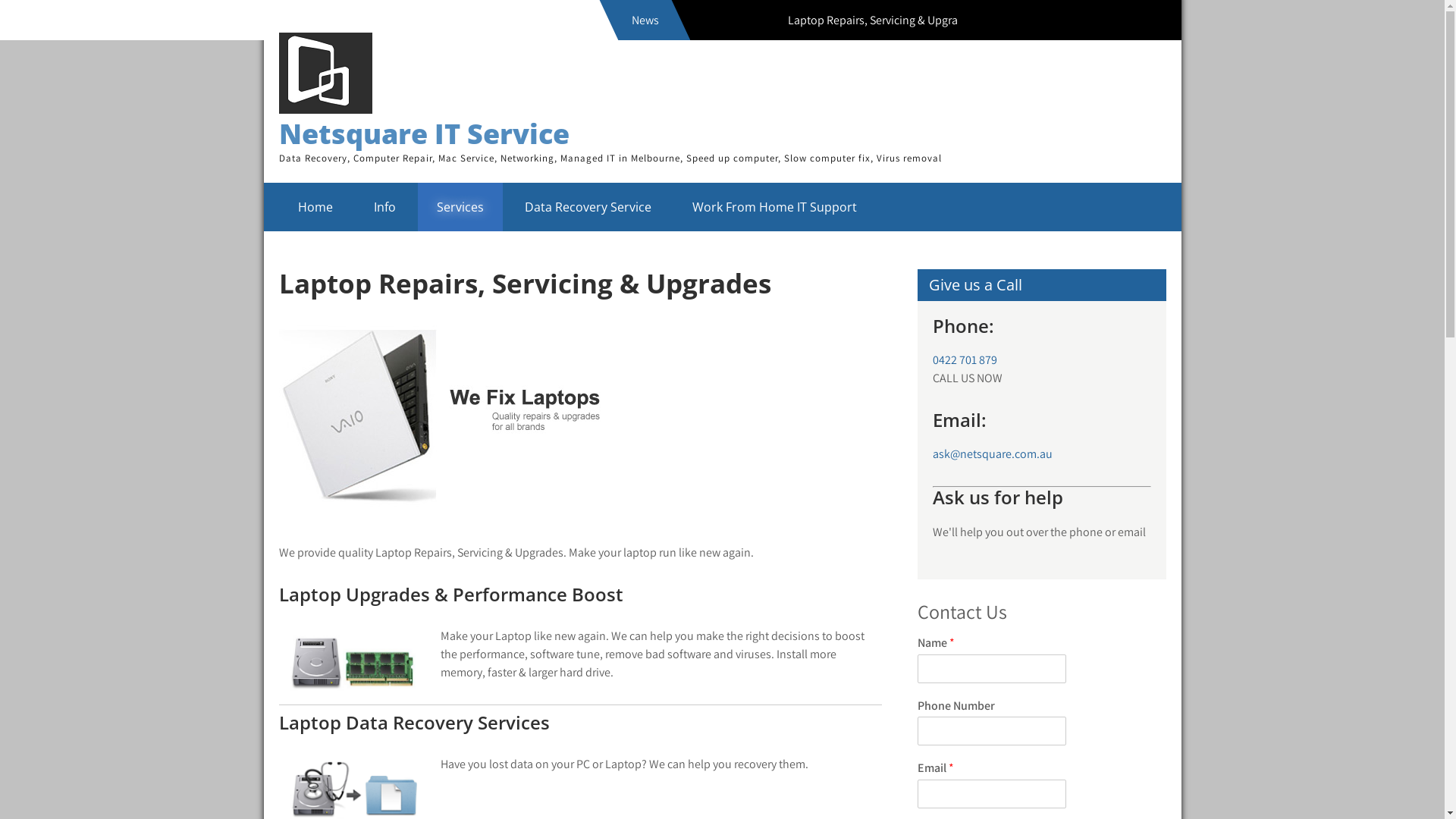 The height and width of the screenshot is (819, 1456). What do you see at coordinates (384, 207) in the screenshot?
I see `'Info'` at bounding box center [384, 207].